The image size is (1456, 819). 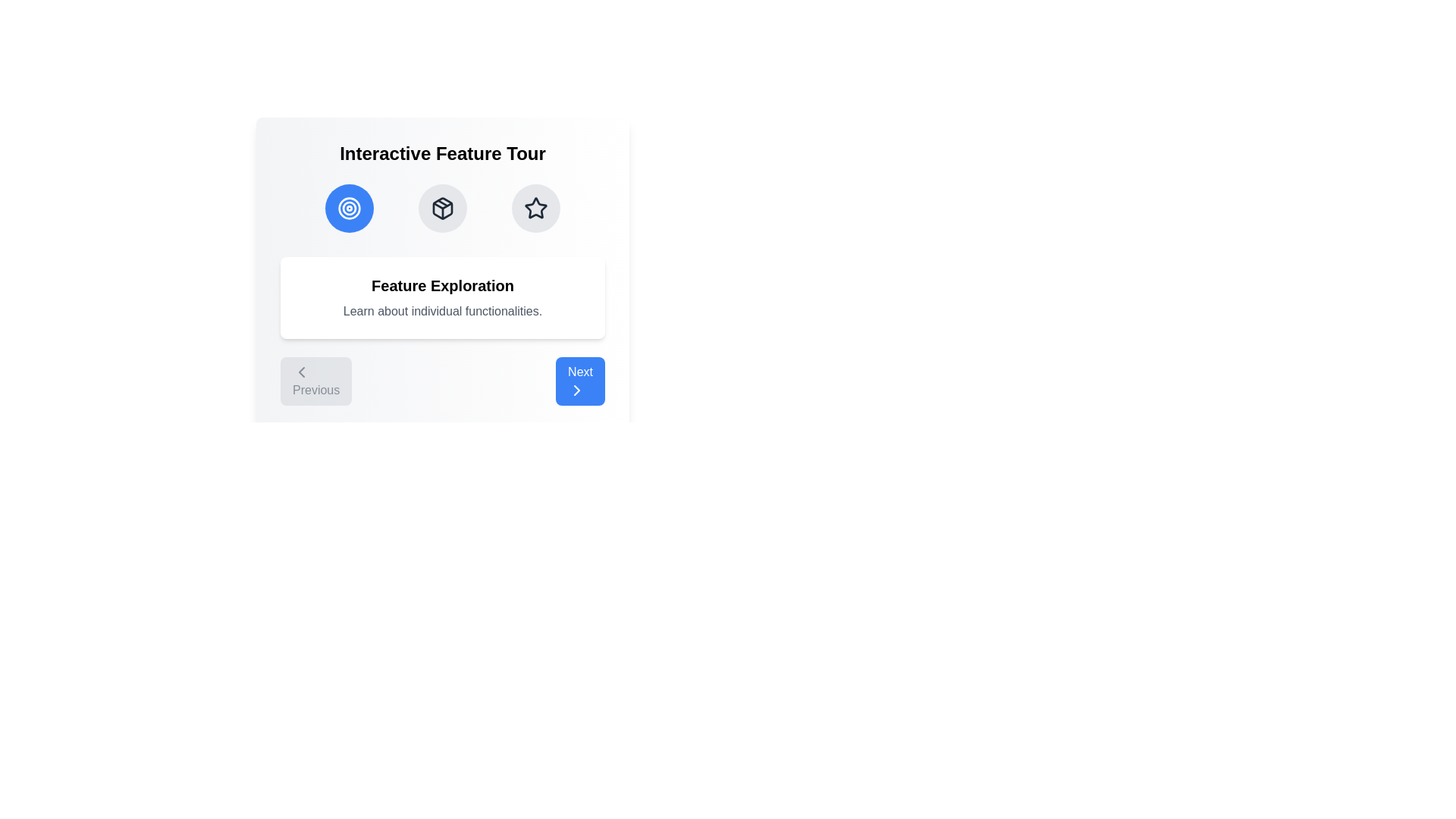 I want to click on the circular button with a star-shaped symbol, so click(x=535, y=208).